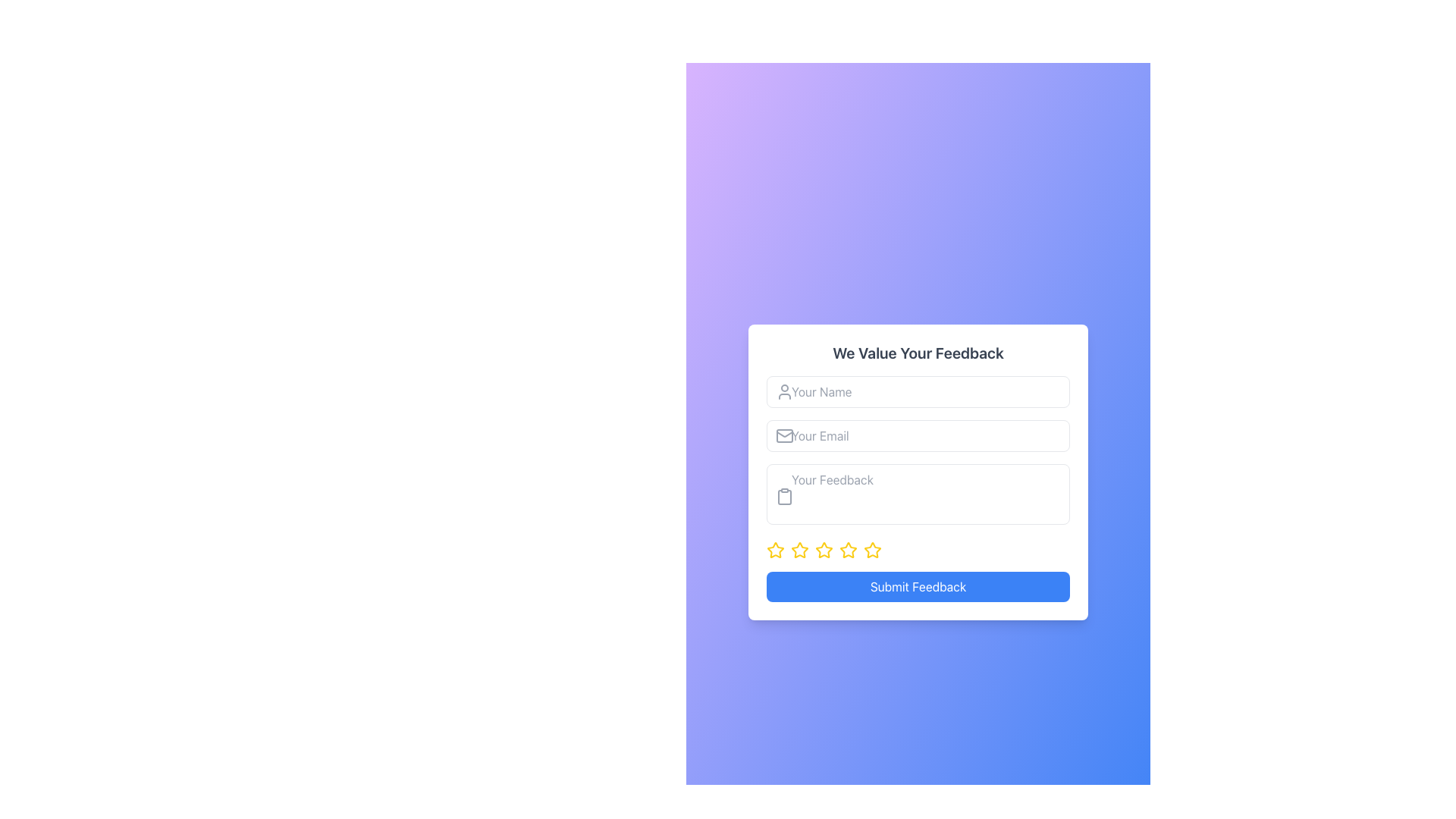 Image resolution: width=1456 pixels, height=819 pixels. I want to click on the envelope icon adjacent to the email input field within the feedback form, which is styled with a thin black outline and represents email functionality, so click(785, 435).